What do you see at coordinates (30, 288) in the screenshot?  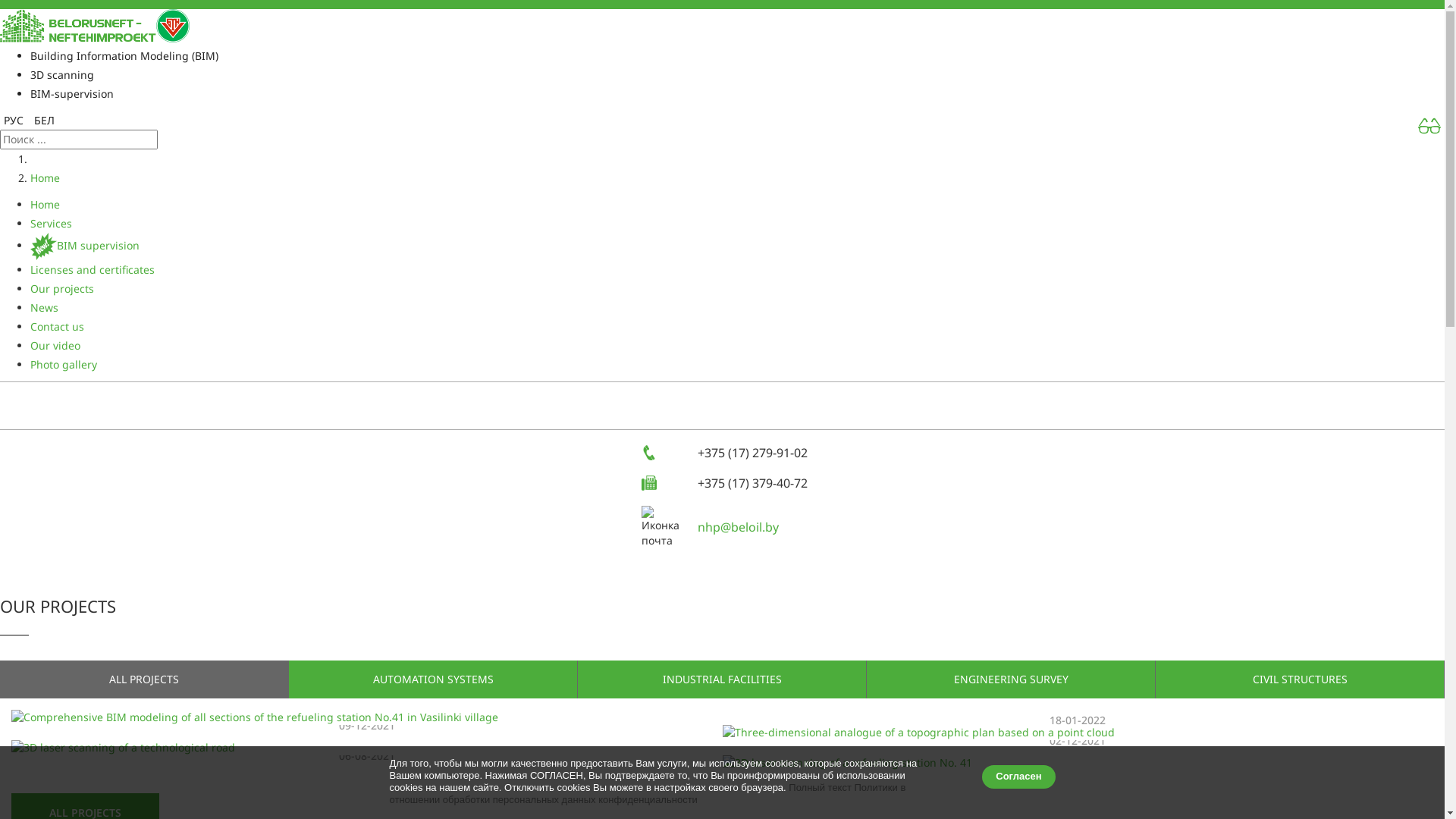 I see `'Our projects'` at bounding box center [30, 288].